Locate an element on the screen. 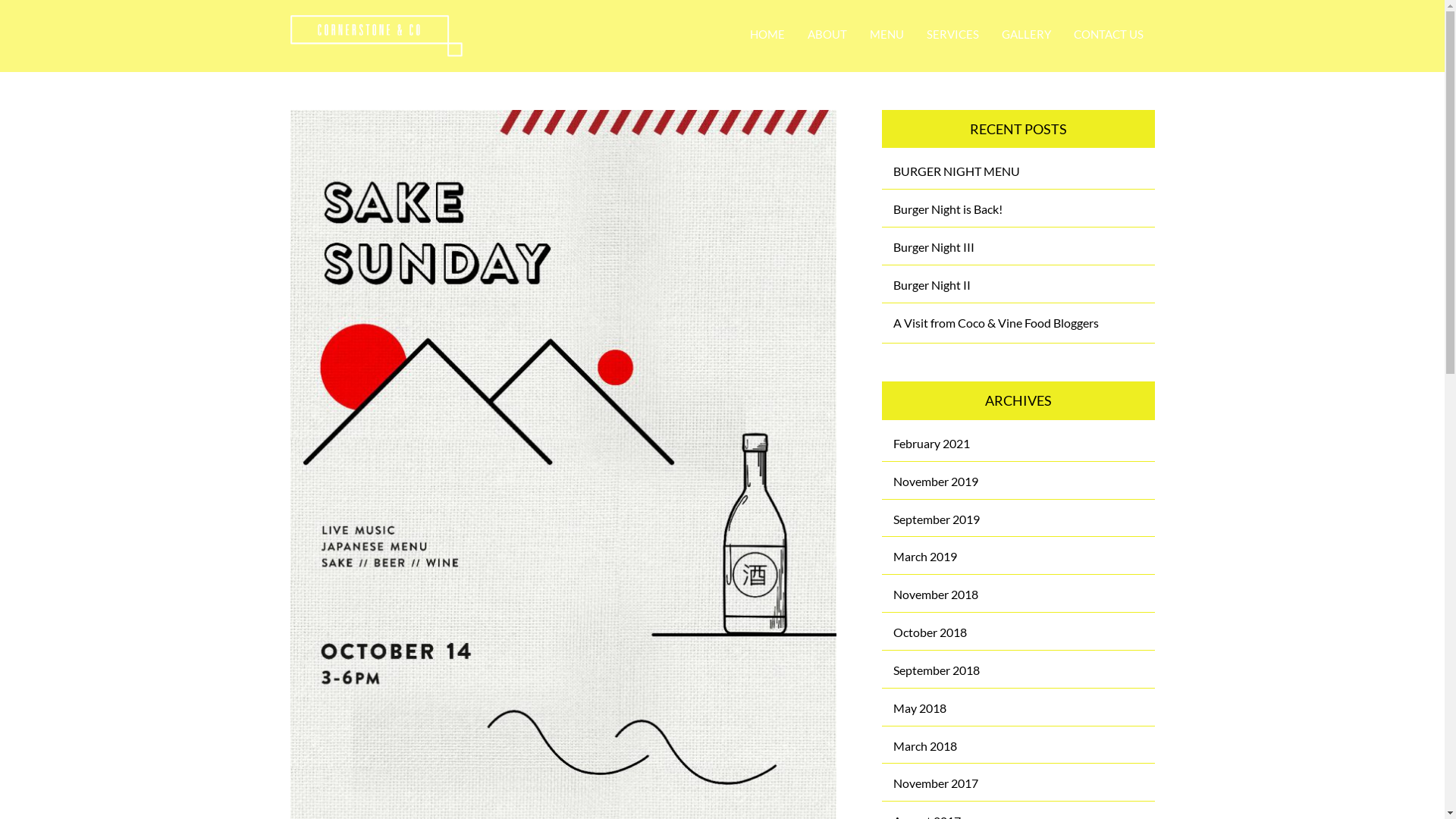  'September 2018' is located at coordinates (935, 669).